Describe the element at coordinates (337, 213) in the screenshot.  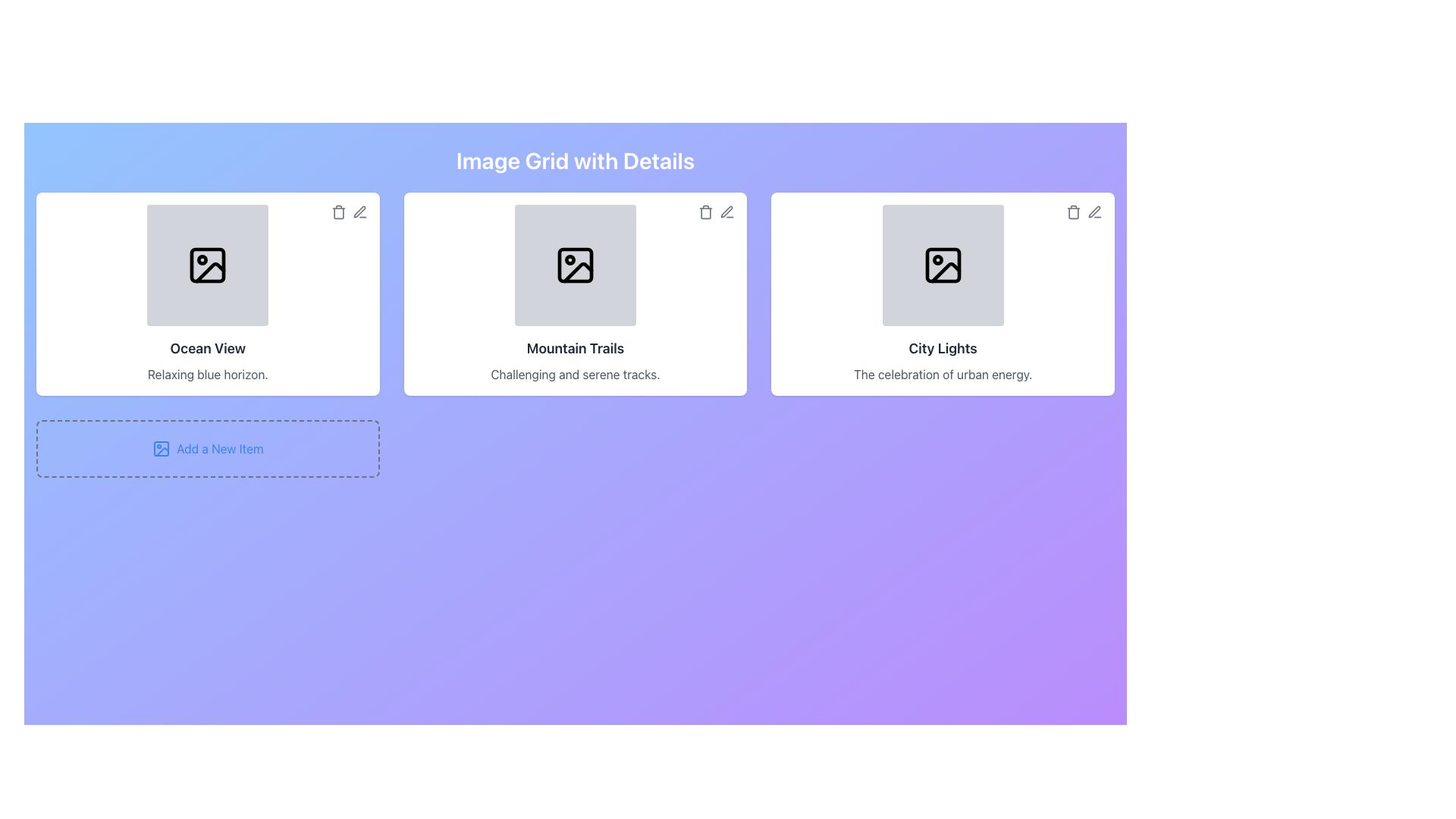
I see `the delete icon button located in the upper-right corner of the 'Ocean View' card` at that location.